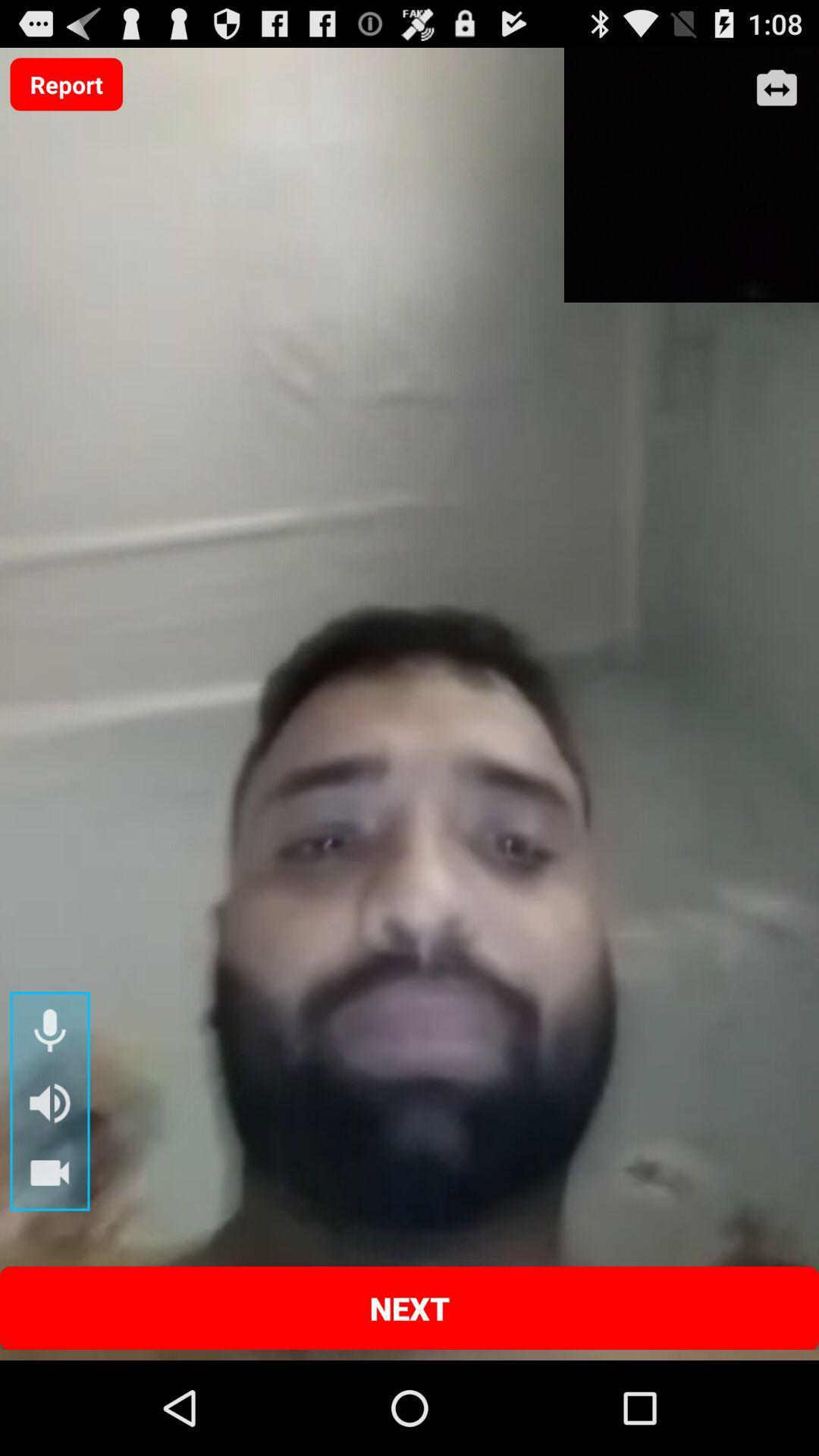 The height and width of the screenshot is (1456, 819). I want to click on enlarge screen, so click(777, 89).